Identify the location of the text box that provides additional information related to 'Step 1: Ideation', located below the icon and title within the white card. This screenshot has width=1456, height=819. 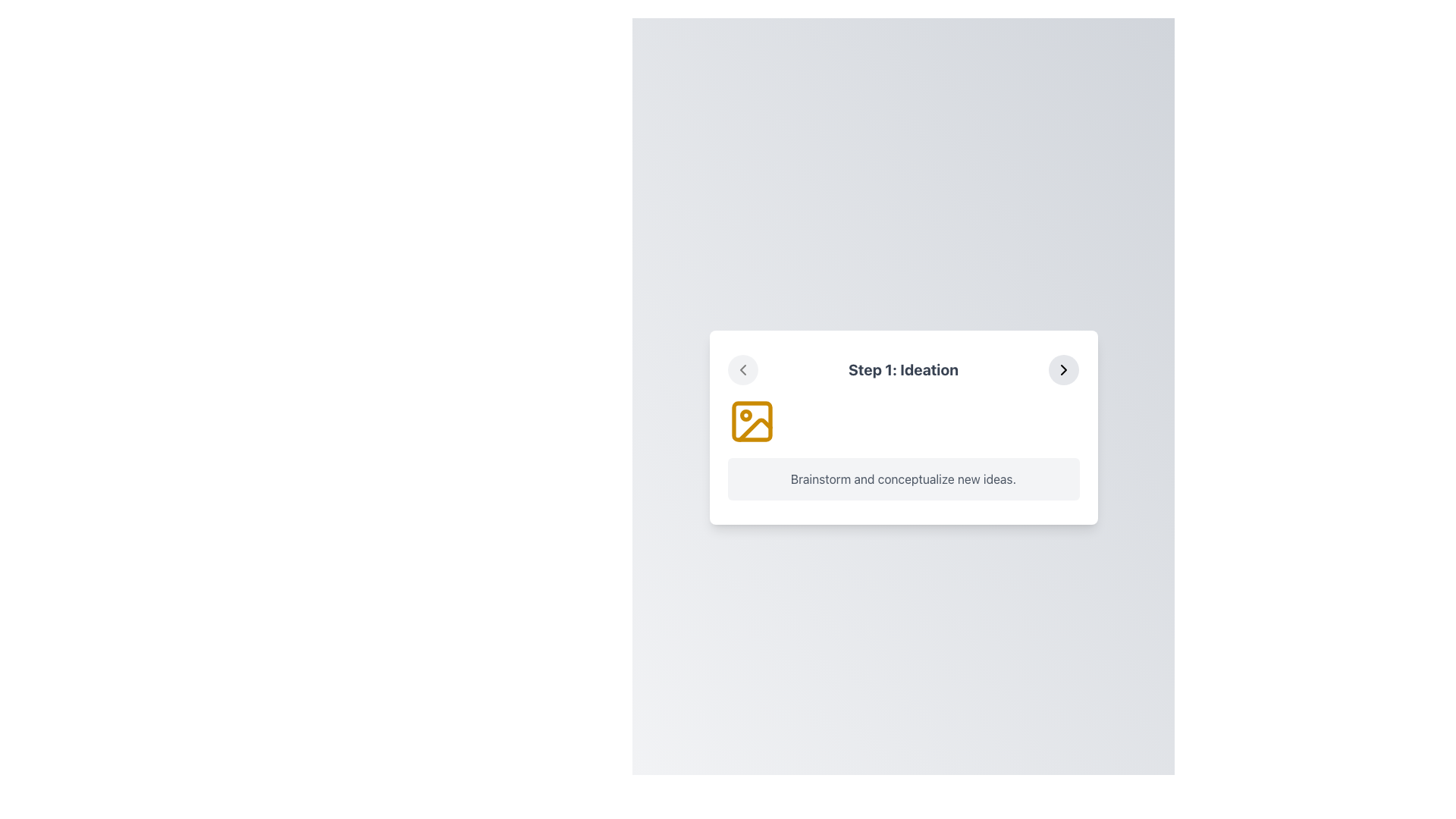
(903, 479).